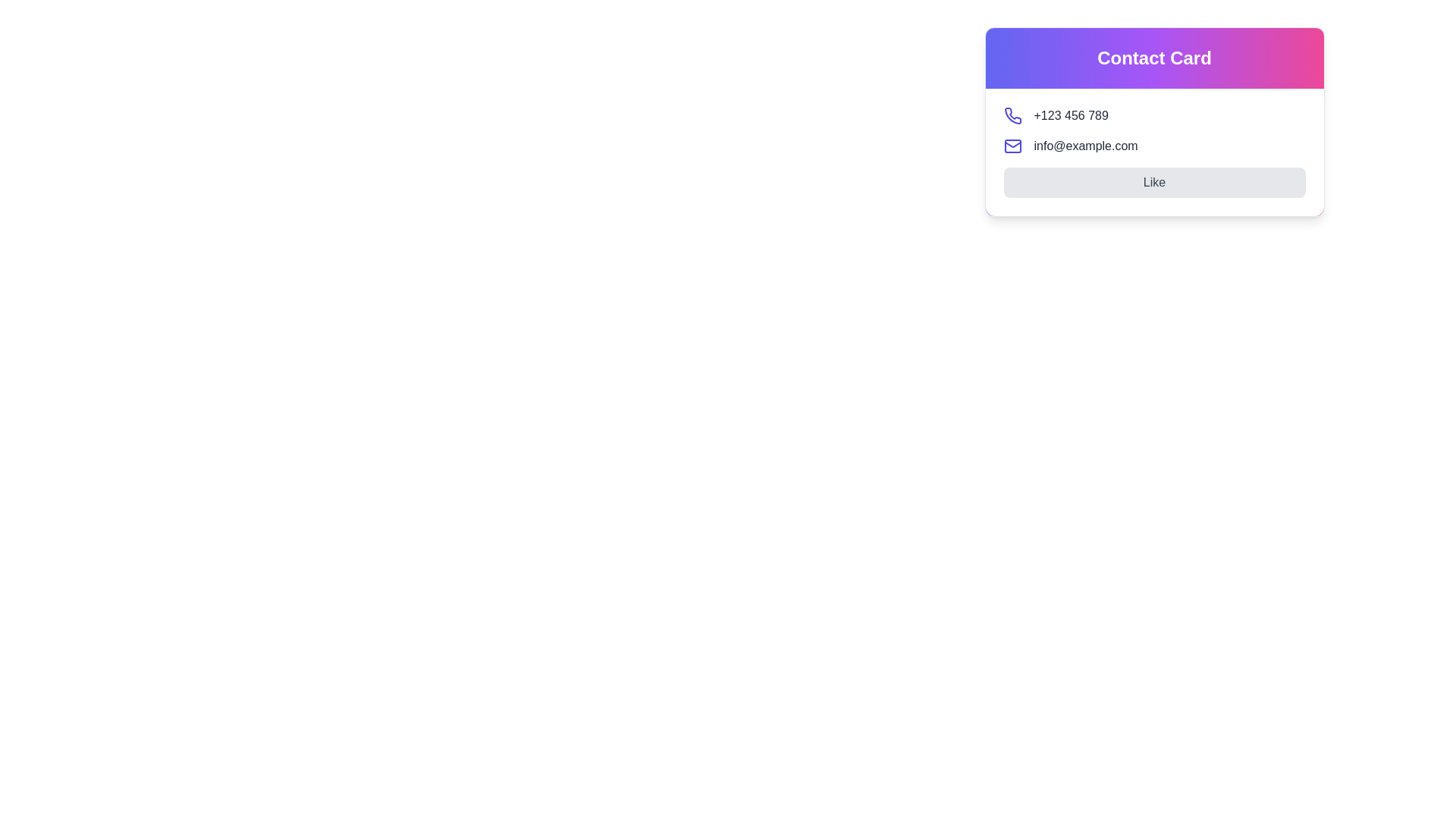 This screenshot has width=1456, height=819. What do you see at coordinates (1012, 146) in the screenshot?
I see `the email icon that visually represents email functionality, located to the left of the text 'info@example.com' in the middle of the card` at bounding box center [1012, 146].